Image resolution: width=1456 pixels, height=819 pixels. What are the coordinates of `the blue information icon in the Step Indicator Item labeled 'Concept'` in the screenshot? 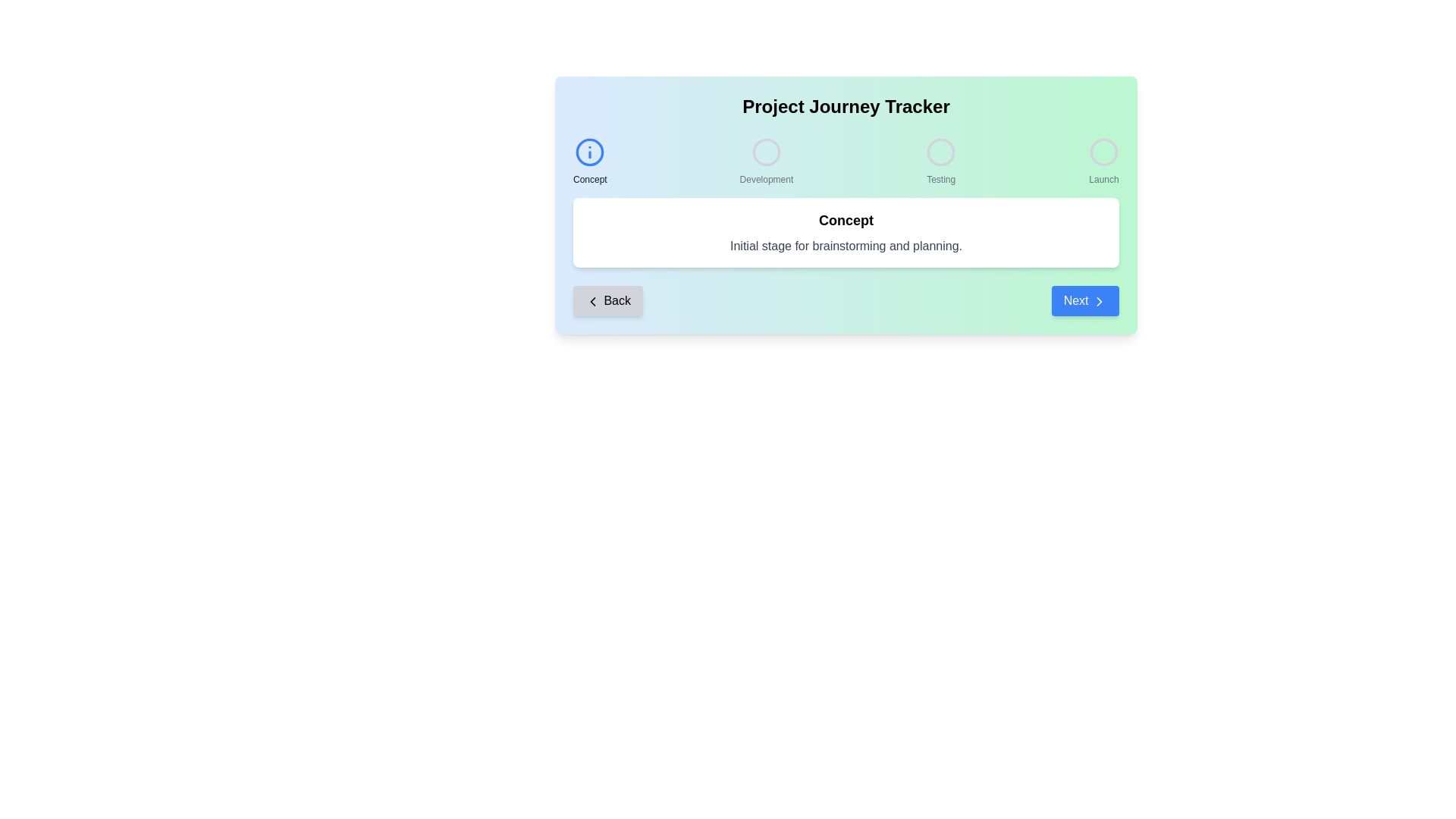 It's located at (589, 161).